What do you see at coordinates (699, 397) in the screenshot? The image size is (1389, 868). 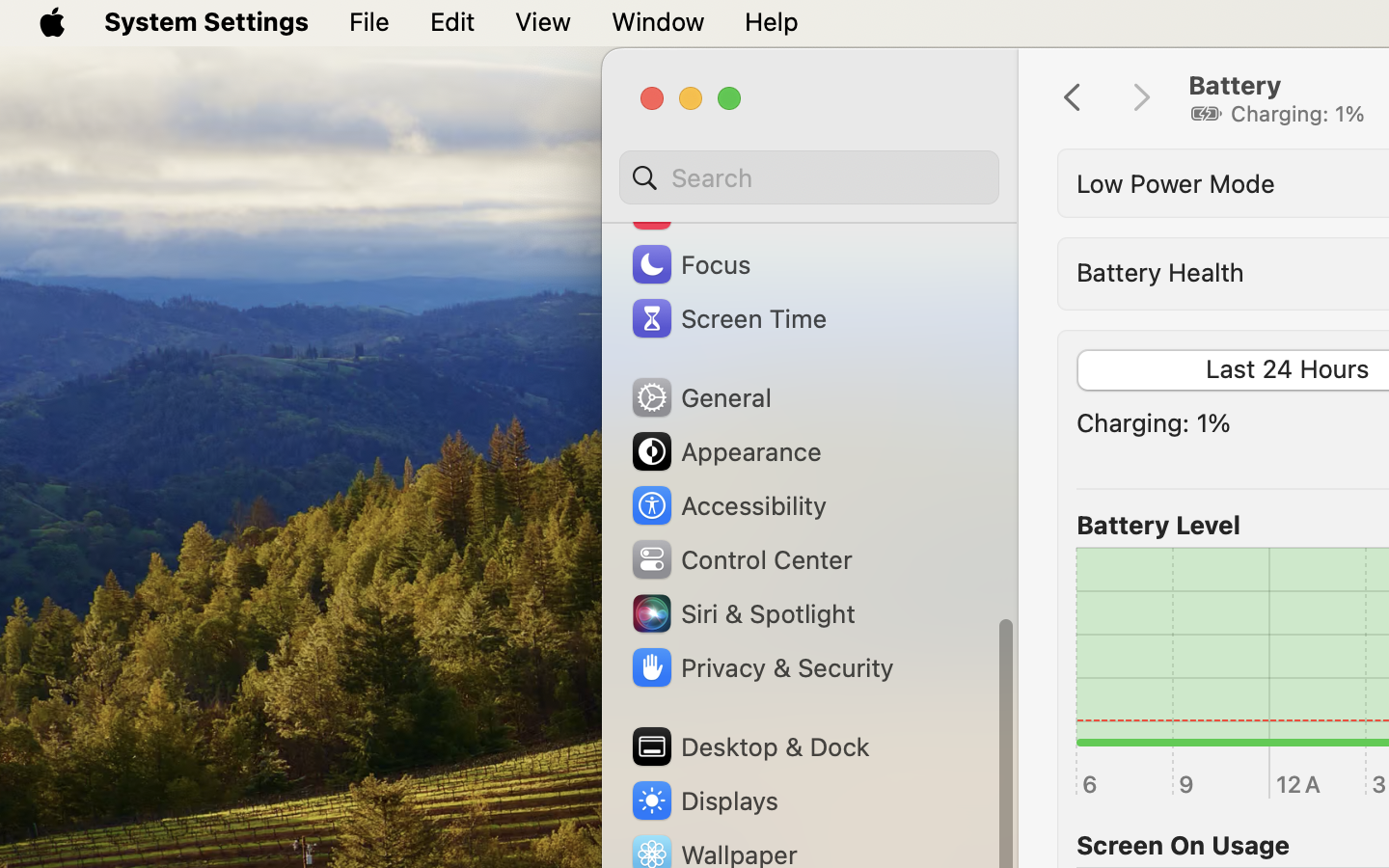 I see `'General'` at bounding box center [699, 397].